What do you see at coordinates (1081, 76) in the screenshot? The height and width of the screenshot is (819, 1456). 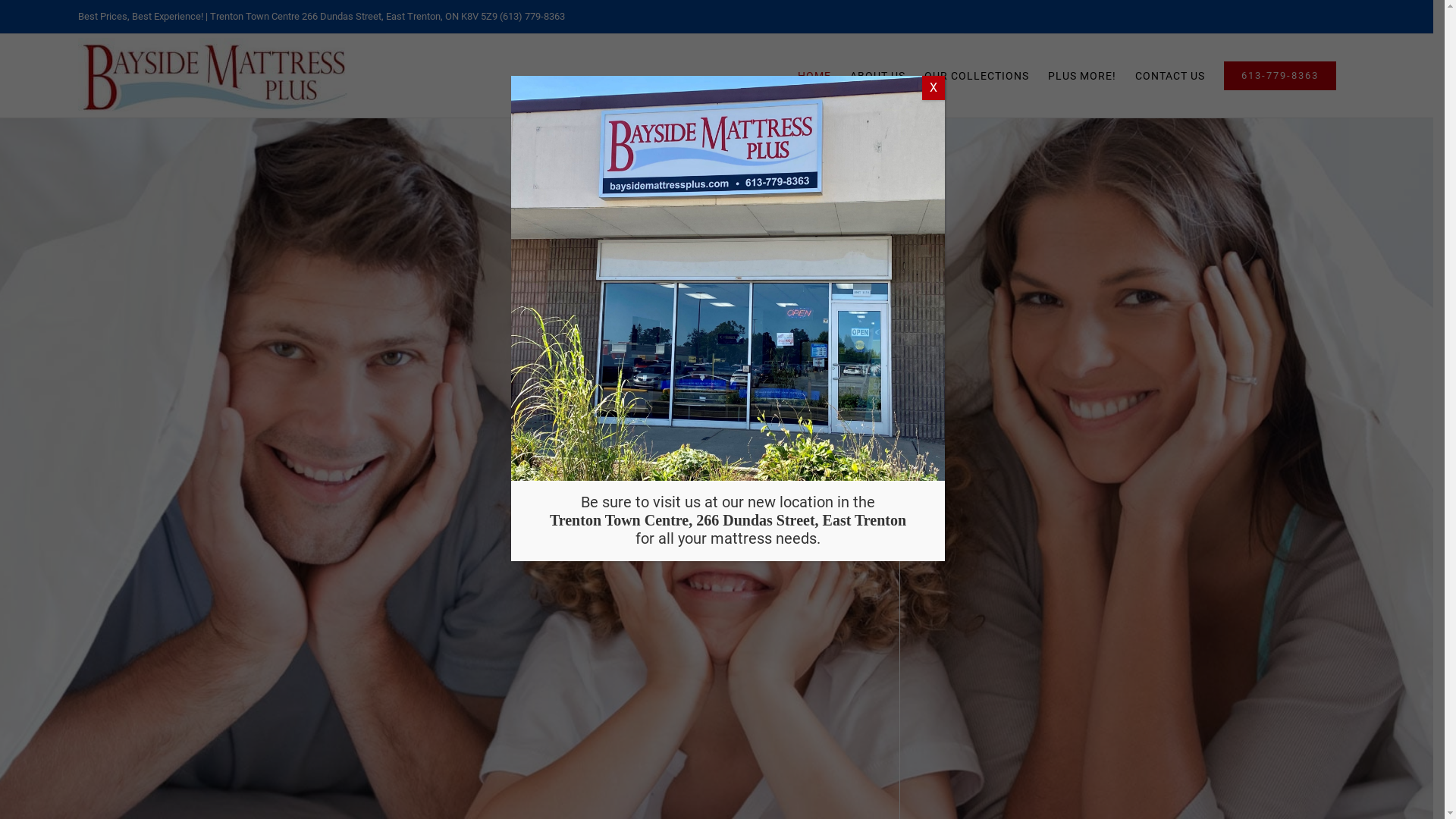 I see `'PLUS MORE!'` at bounding box center [1081, 76].